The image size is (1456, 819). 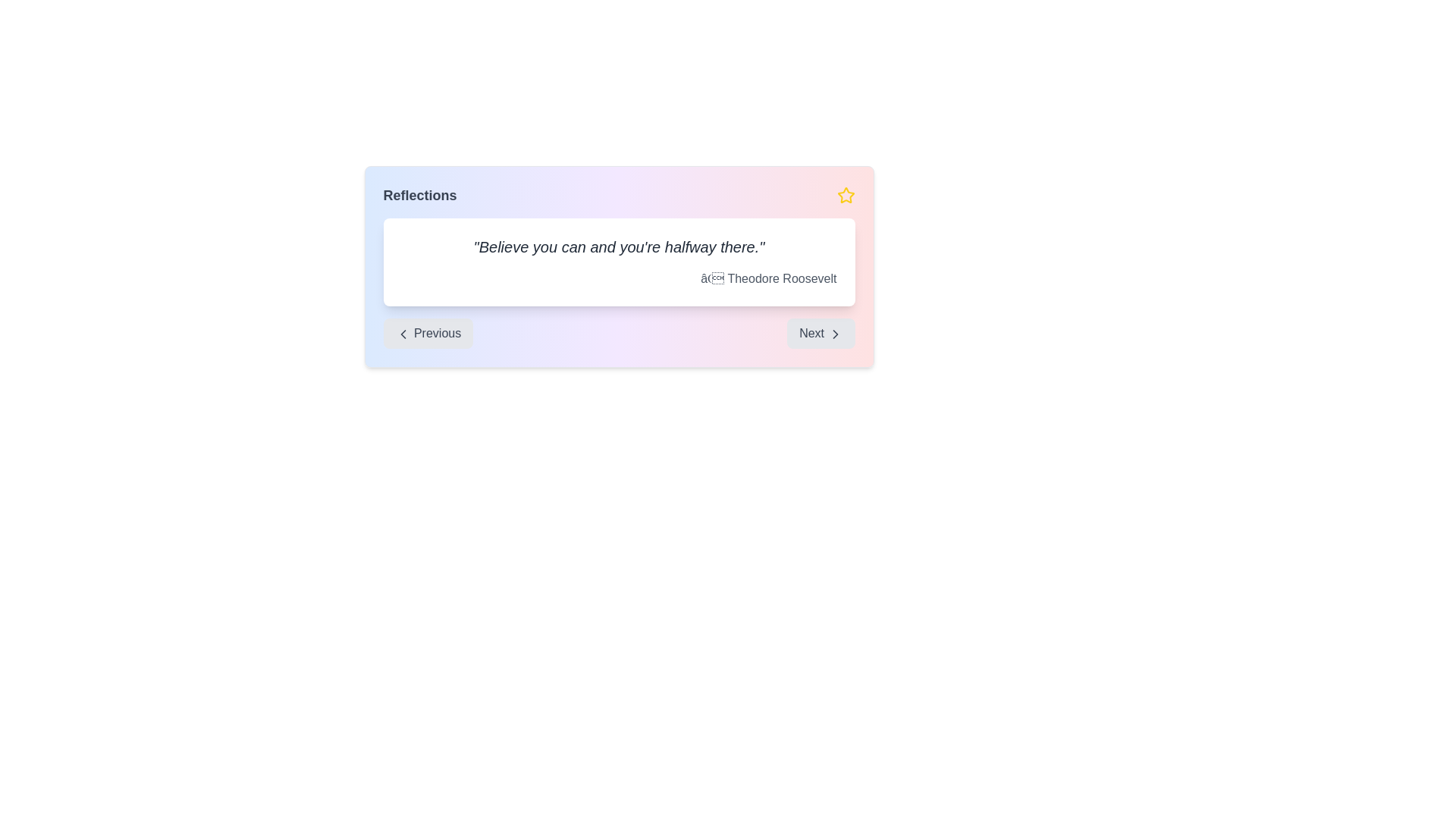 What do you see at coordinates (403, 333) in the screenshot?
I see `the left-pointing chevron arrow icon located in the navigation bar of the card-like component` at bounding box center [403, 333].